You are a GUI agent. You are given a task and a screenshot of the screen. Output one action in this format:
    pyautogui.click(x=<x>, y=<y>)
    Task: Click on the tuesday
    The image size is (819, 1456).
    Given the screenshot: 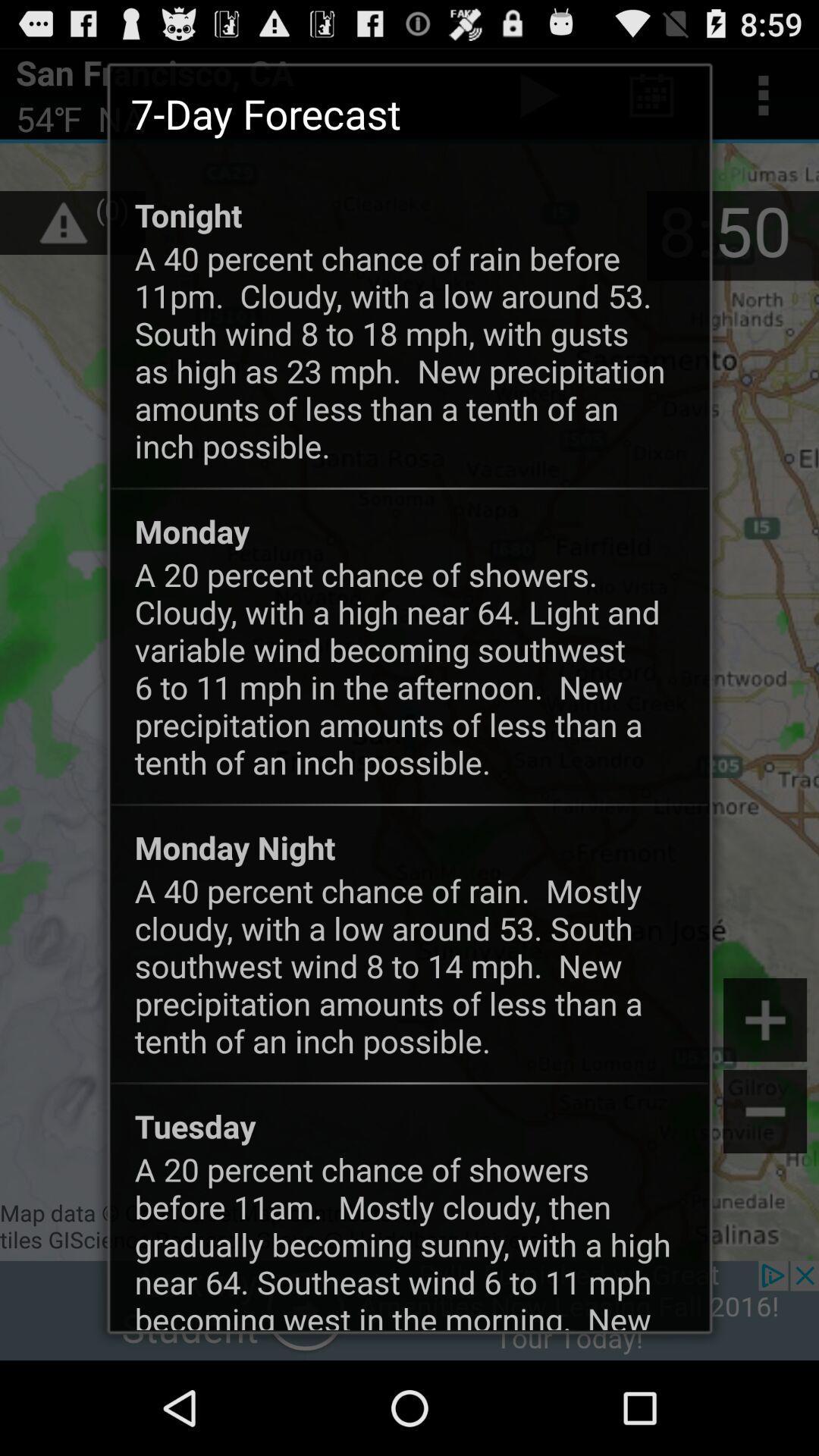 What is the action you would take?
    pyautogui.click(x=194, y=1125)
    